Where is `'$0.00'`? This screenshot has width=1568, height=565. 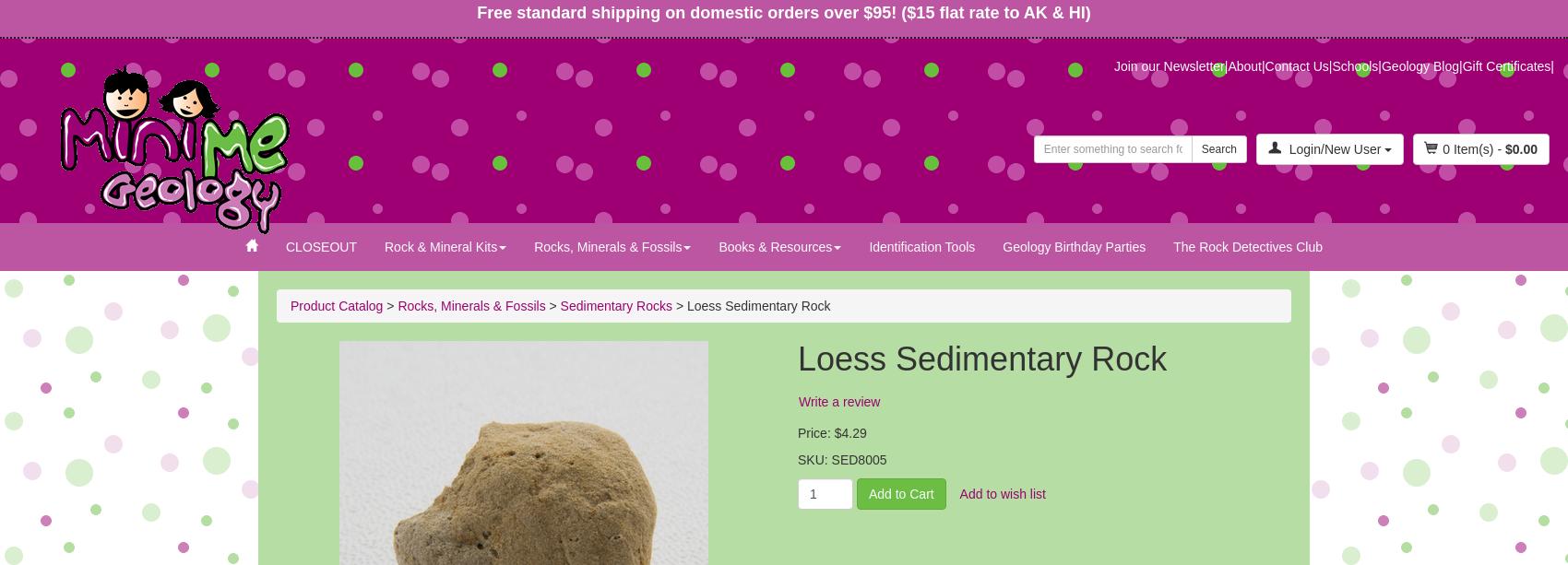 '$0.00' is located at coordinates (1520, 147).